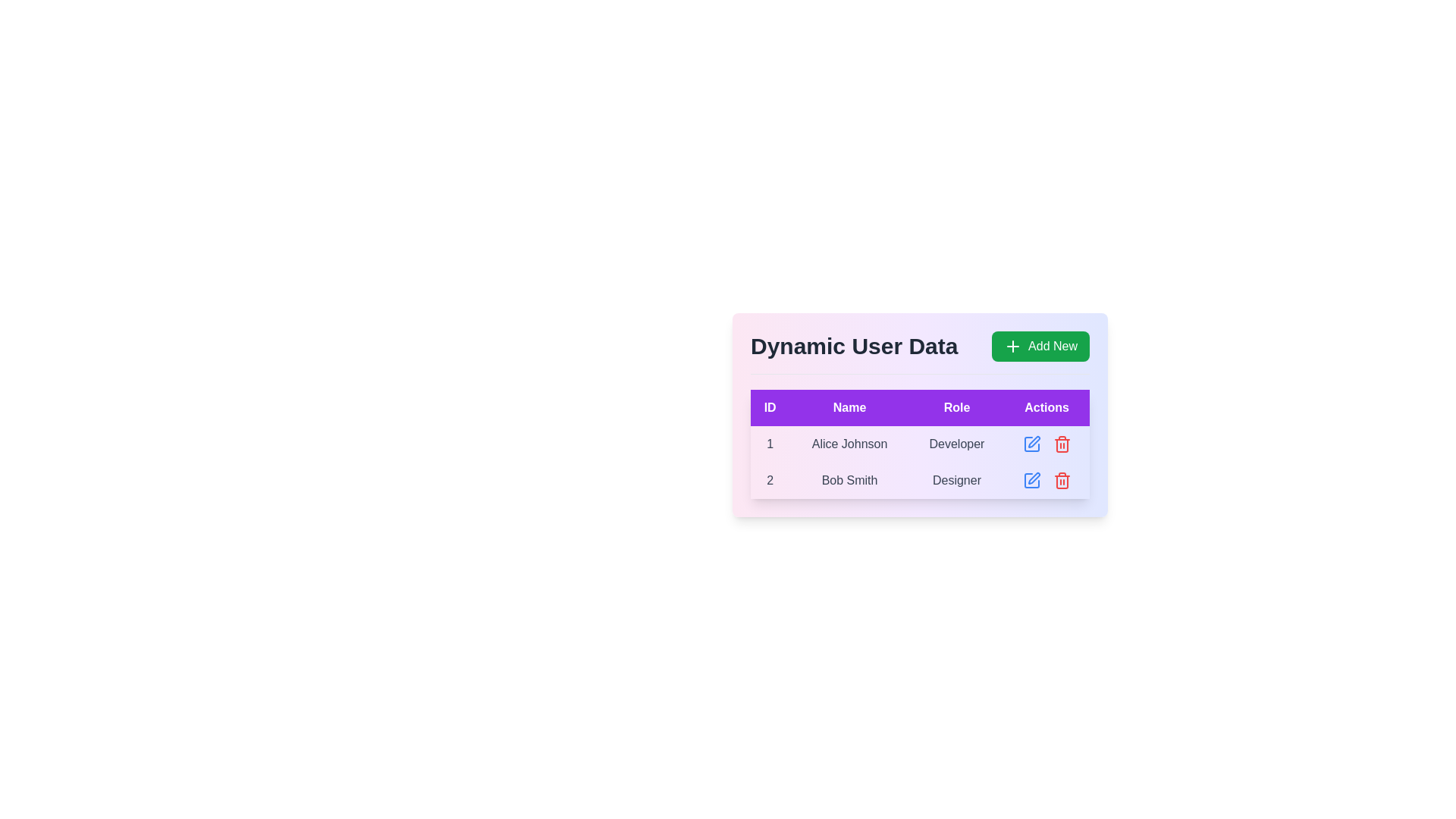 The width and height of the screenshot is (1456, 819). Describe the element at coordinates (1031, 480) in the screenshot. I see `the Edit button icon located in the Actions column of the second row in the table, aligned with 'Bob Smith'` at that location.